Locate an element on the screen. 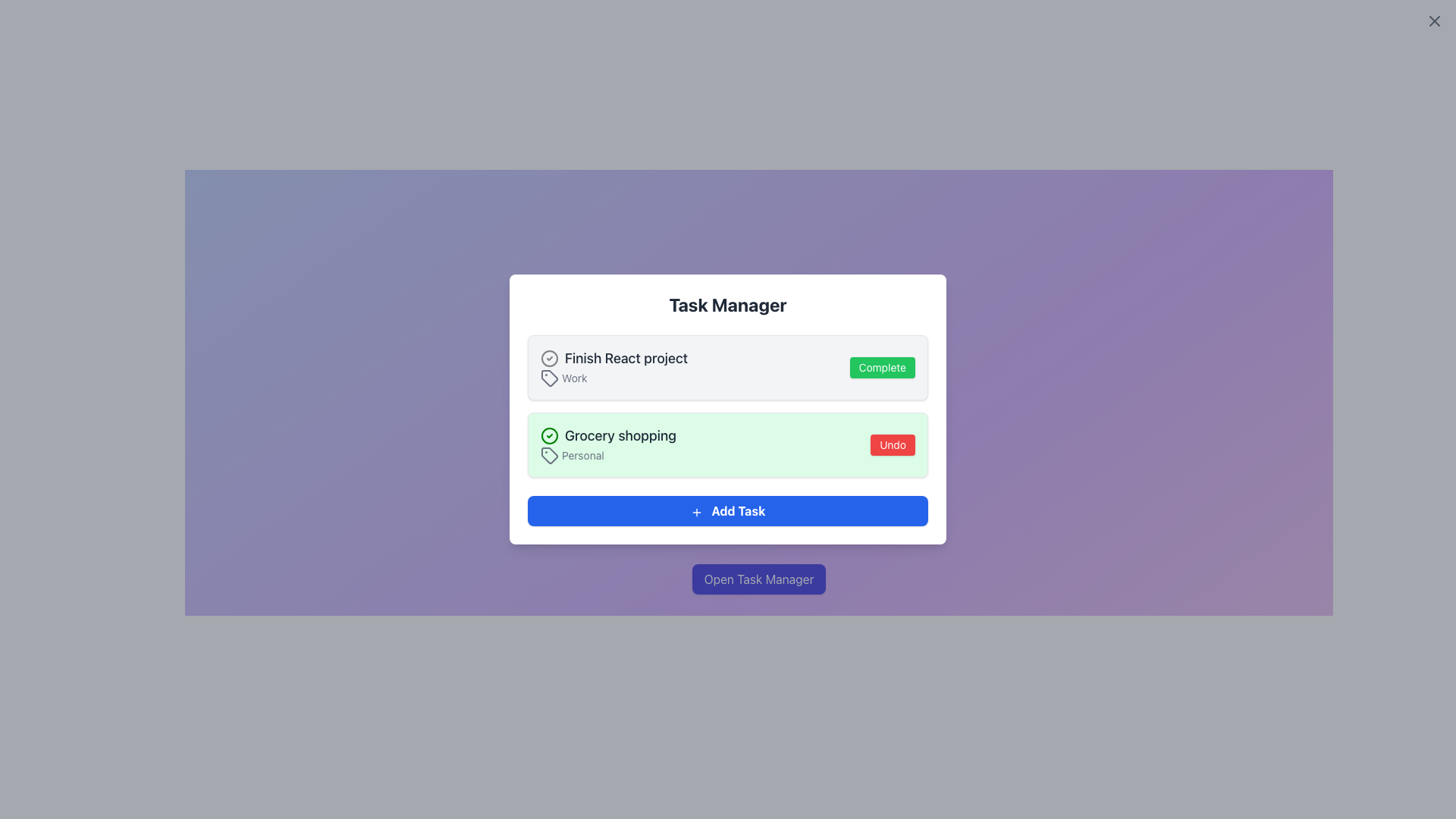  the task entry labeled 'Grocery shopping' with the 'Undo' button for potential tooltip or highlight is located at coordinates (728, 444).